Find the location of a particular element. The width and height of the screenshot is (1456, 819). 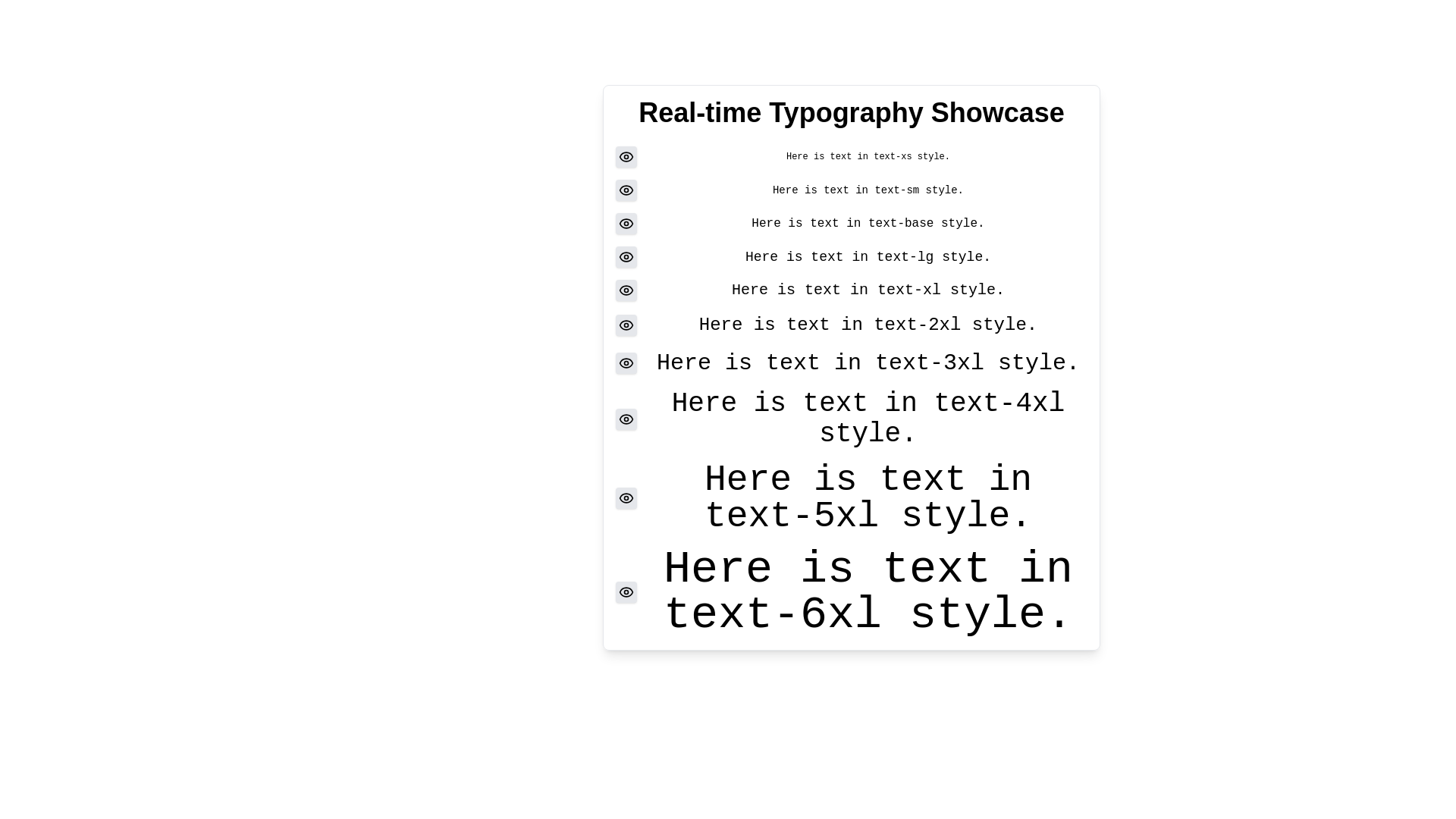

the text element that reads 'Here is text in text-base style', which is styled with a monospace font and positioned to the right of smaller interactive elements with an eye icon is located at coordinates (868, 223).